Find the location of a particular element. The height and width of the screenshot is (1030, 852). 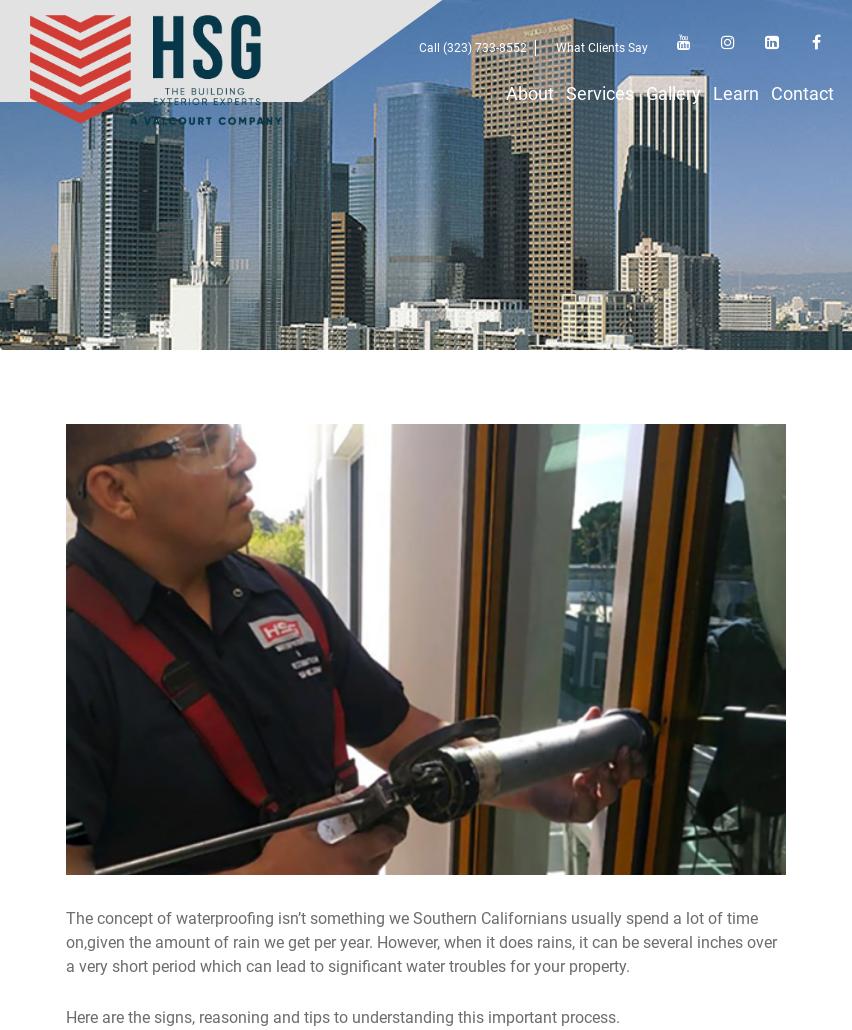

'About' is located at coordinates (505, 93).